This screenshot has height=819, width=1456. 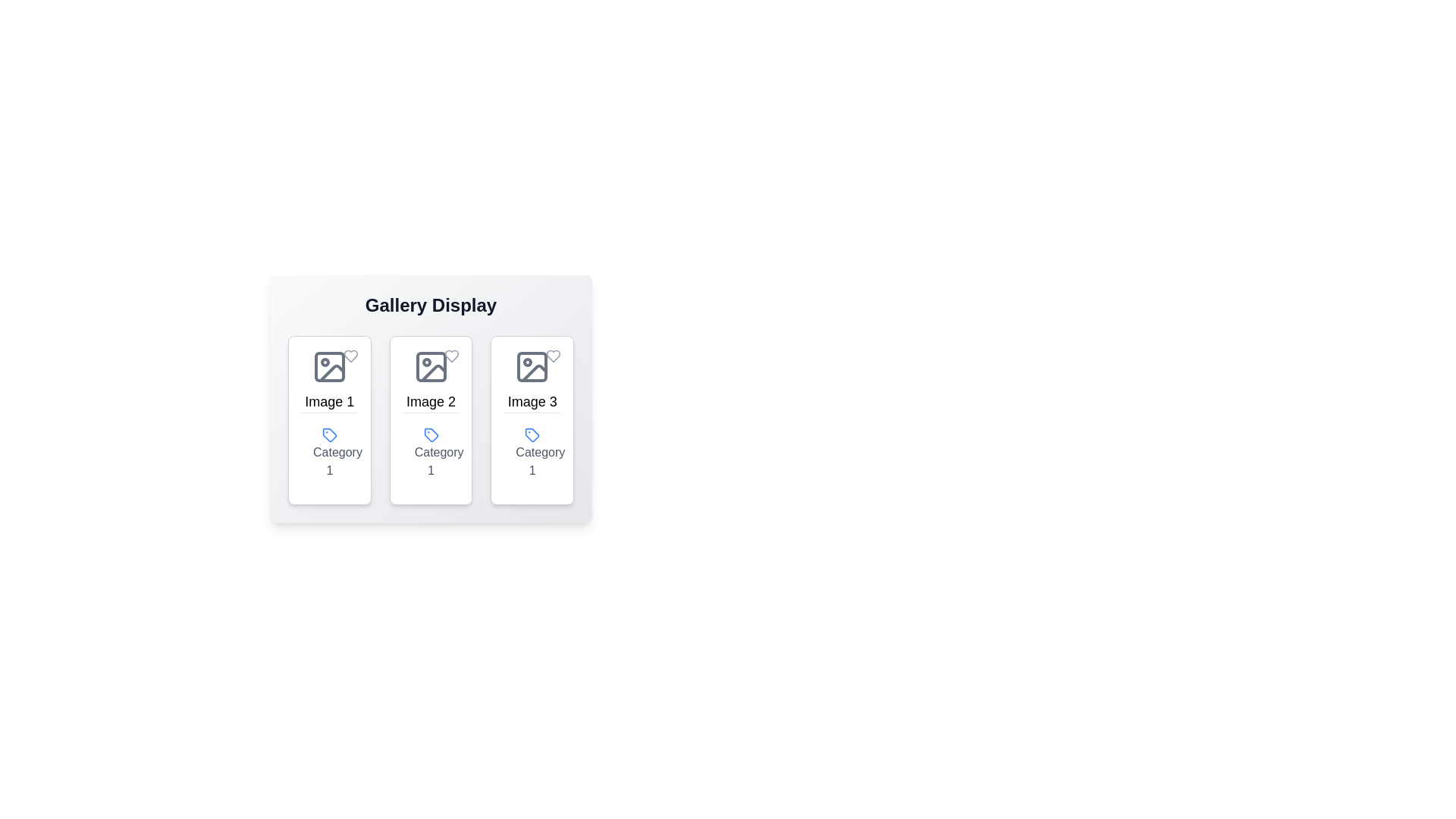 What do you see at coordinates (552, 356) in the screenshot?
I see `the heart-shaped icon in the top-right corner of the card for 'Image 3' to change its appearance from gray to red` at bounding box center [552, 356].